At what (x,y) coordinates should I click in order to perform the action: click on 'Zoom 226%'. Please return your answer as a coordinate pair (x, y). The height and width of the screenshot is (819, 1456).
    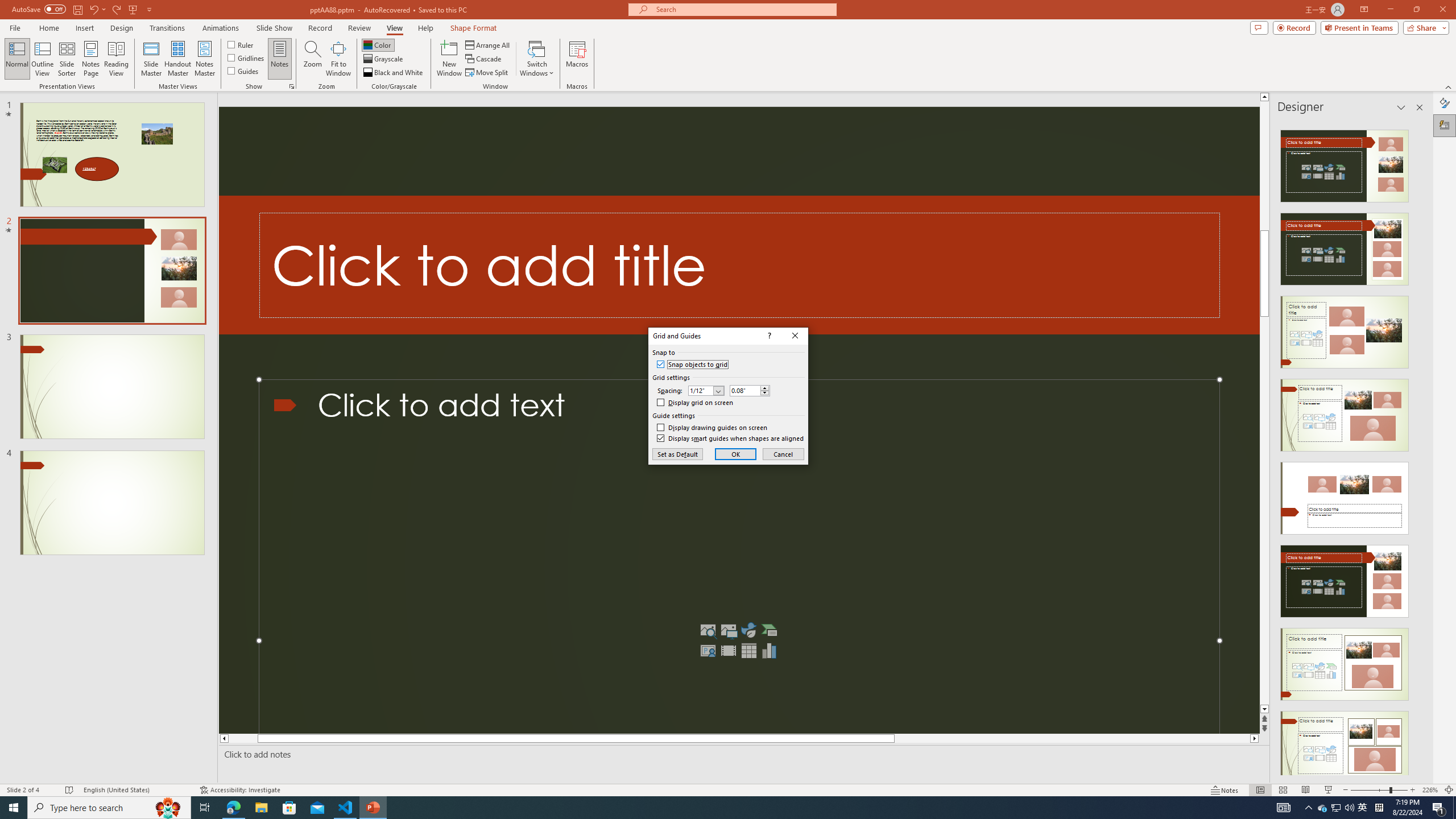
    Looking at the image, I should click on (1430, 790).